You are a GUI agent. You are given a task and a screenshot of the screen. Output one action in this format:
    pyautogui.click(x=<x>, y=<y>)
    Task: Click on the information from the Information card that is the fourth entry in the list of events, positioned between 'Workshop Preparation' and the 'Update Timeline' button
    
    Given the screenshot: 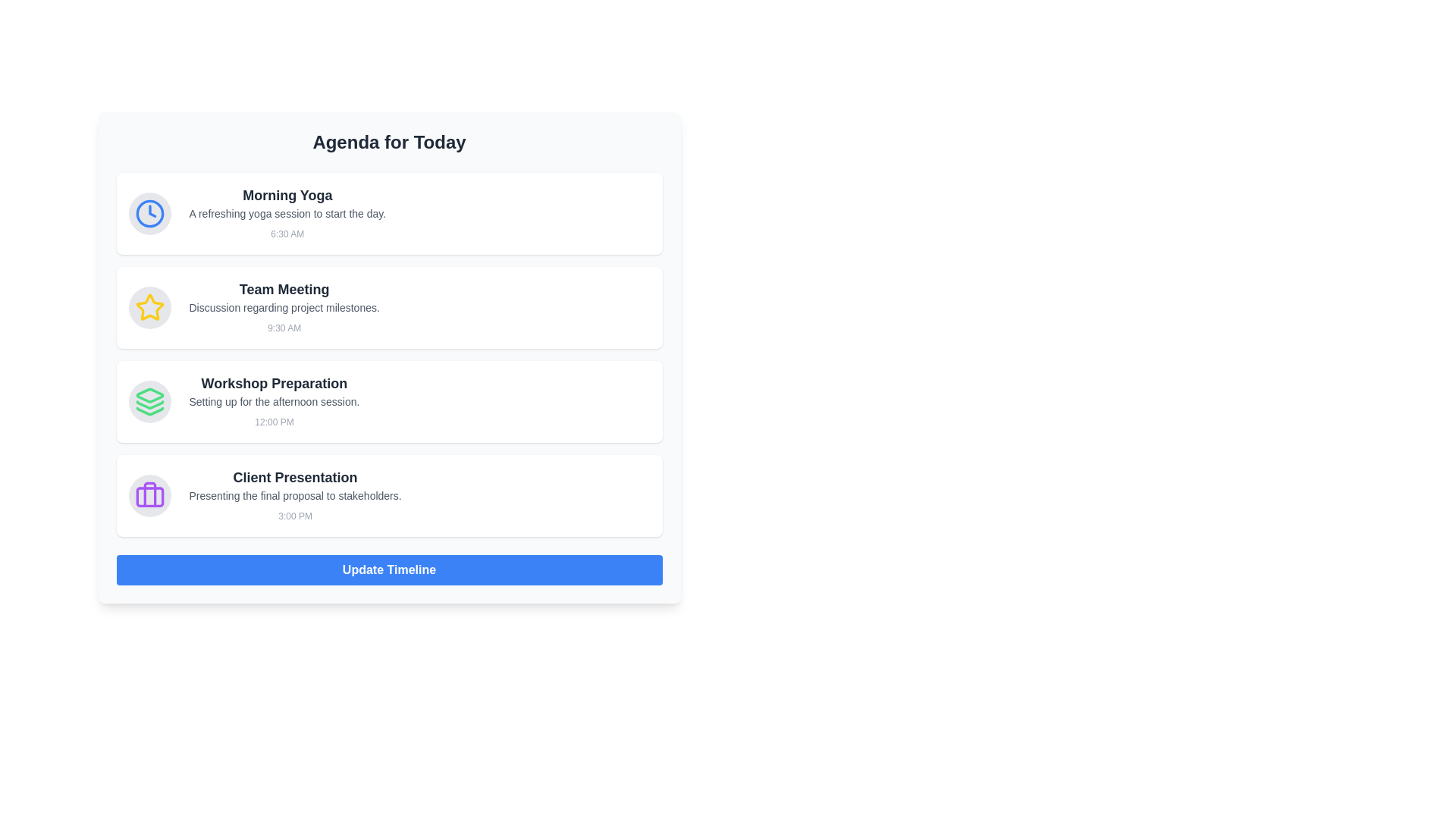 What is the action you would take?
    pyautogui.click(x=389, y=496)
    